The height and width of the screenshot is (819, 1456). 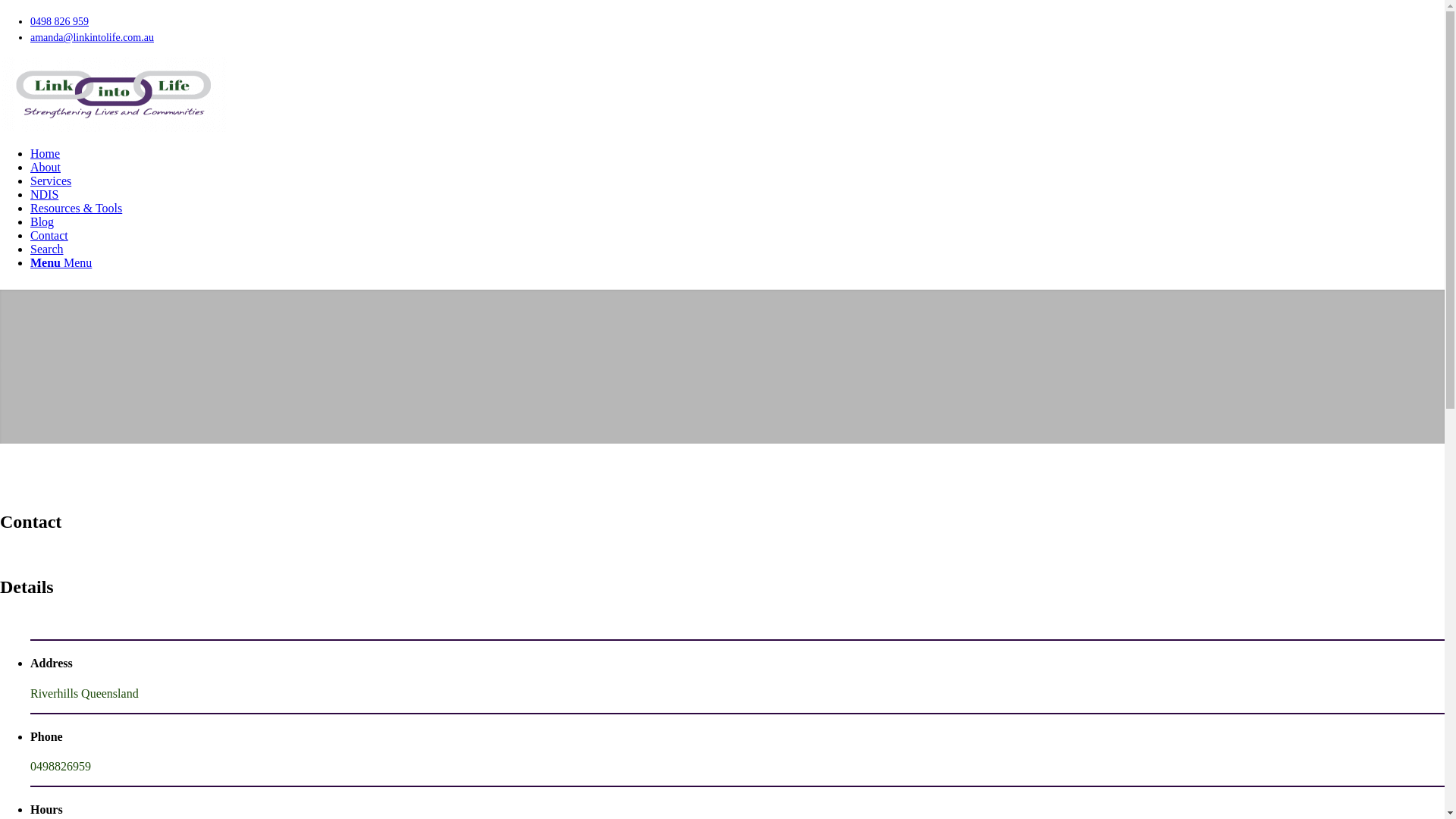 I want to click on 'Contact', so click(x=49, y=235).